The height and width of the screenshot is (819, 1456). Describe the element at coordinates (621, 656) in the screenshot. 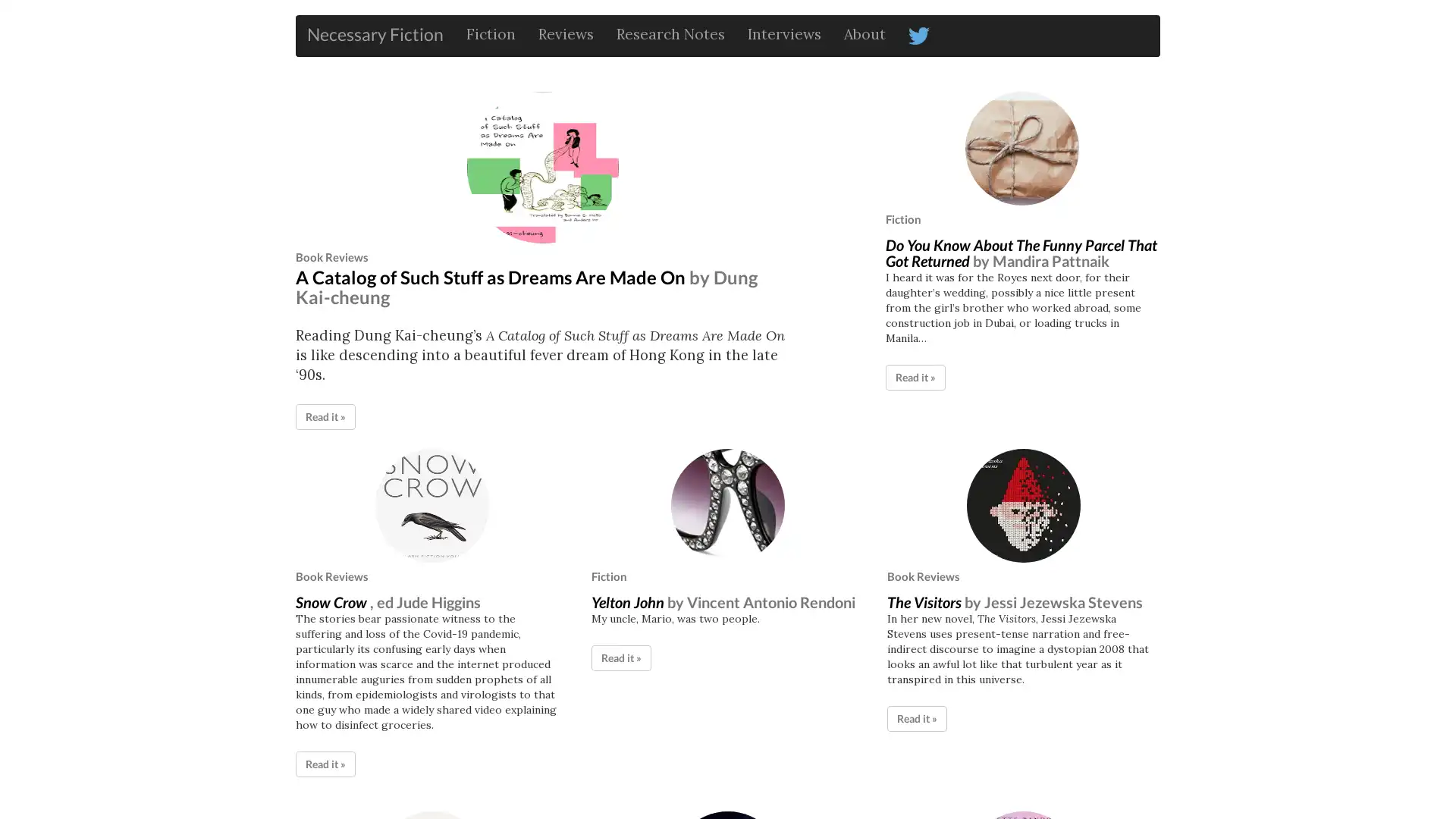

I see `Read it` at that location.